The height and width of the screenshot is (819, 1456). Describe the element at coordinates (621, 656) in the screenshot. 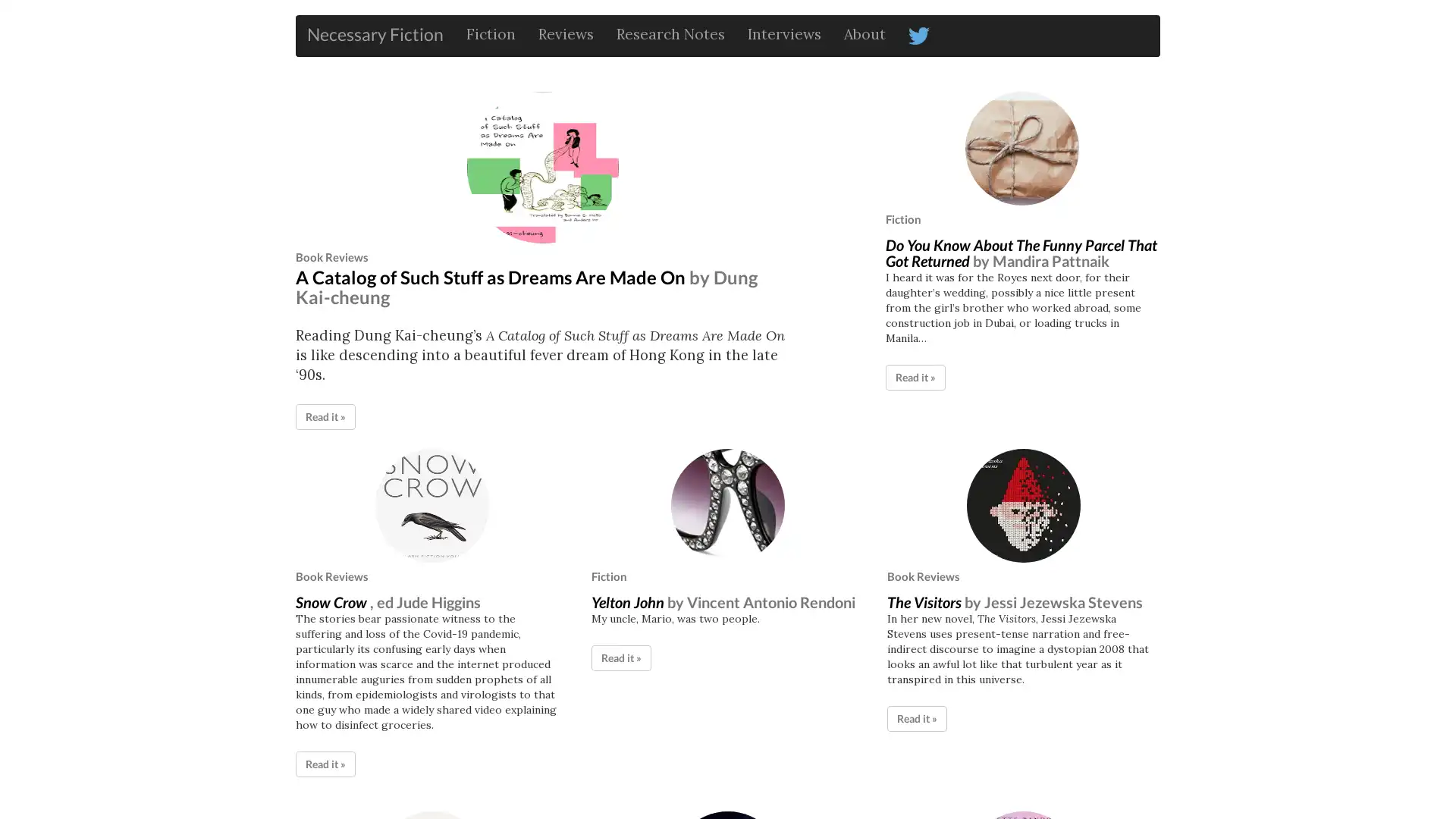

I see `Read it` at that location.